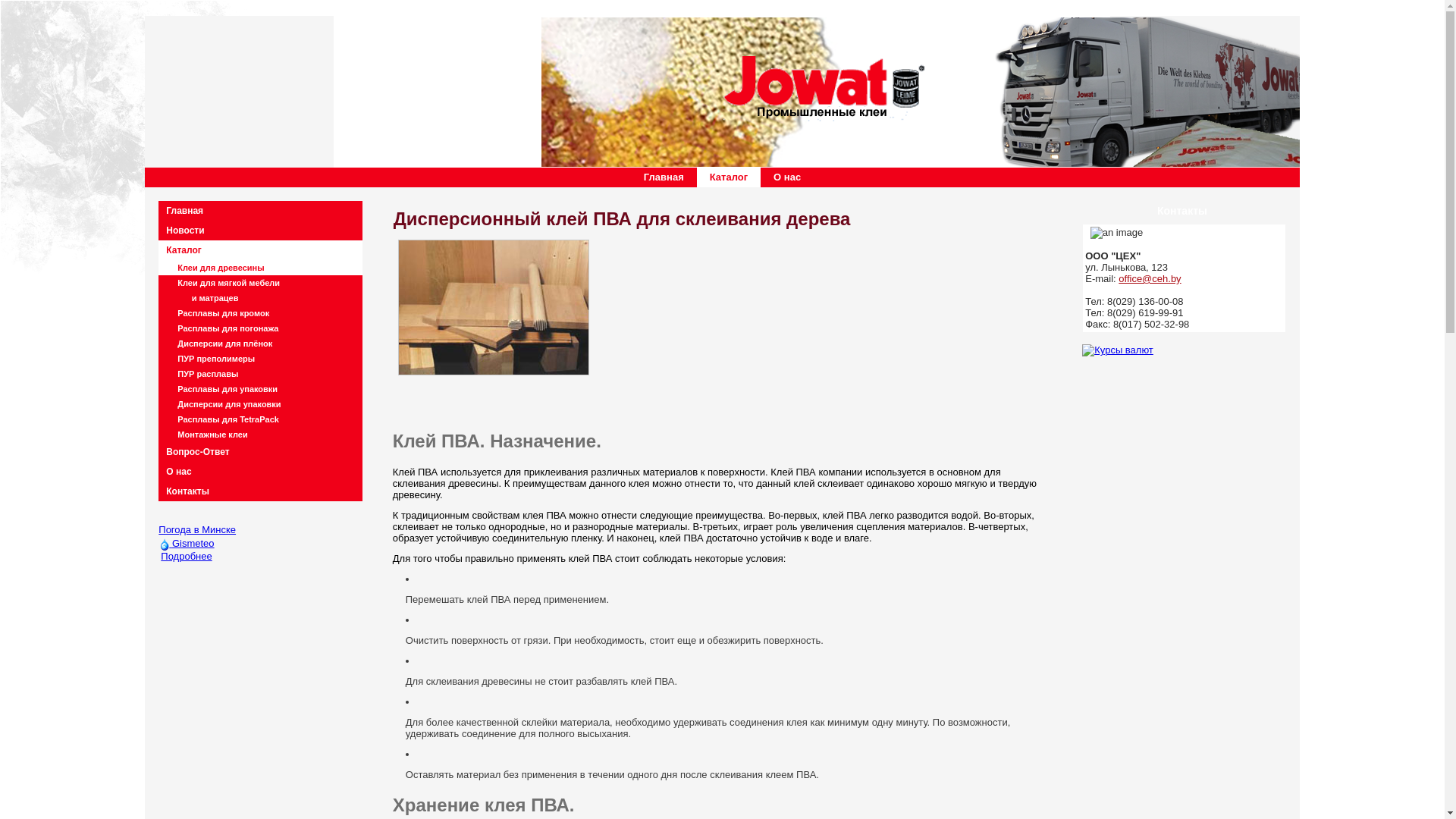 The width and height of the screenshot is (1456, 819). Describe the element at coordinates (1150, 278) in the screenshot. I see `'office@ceh.by'` at that location.